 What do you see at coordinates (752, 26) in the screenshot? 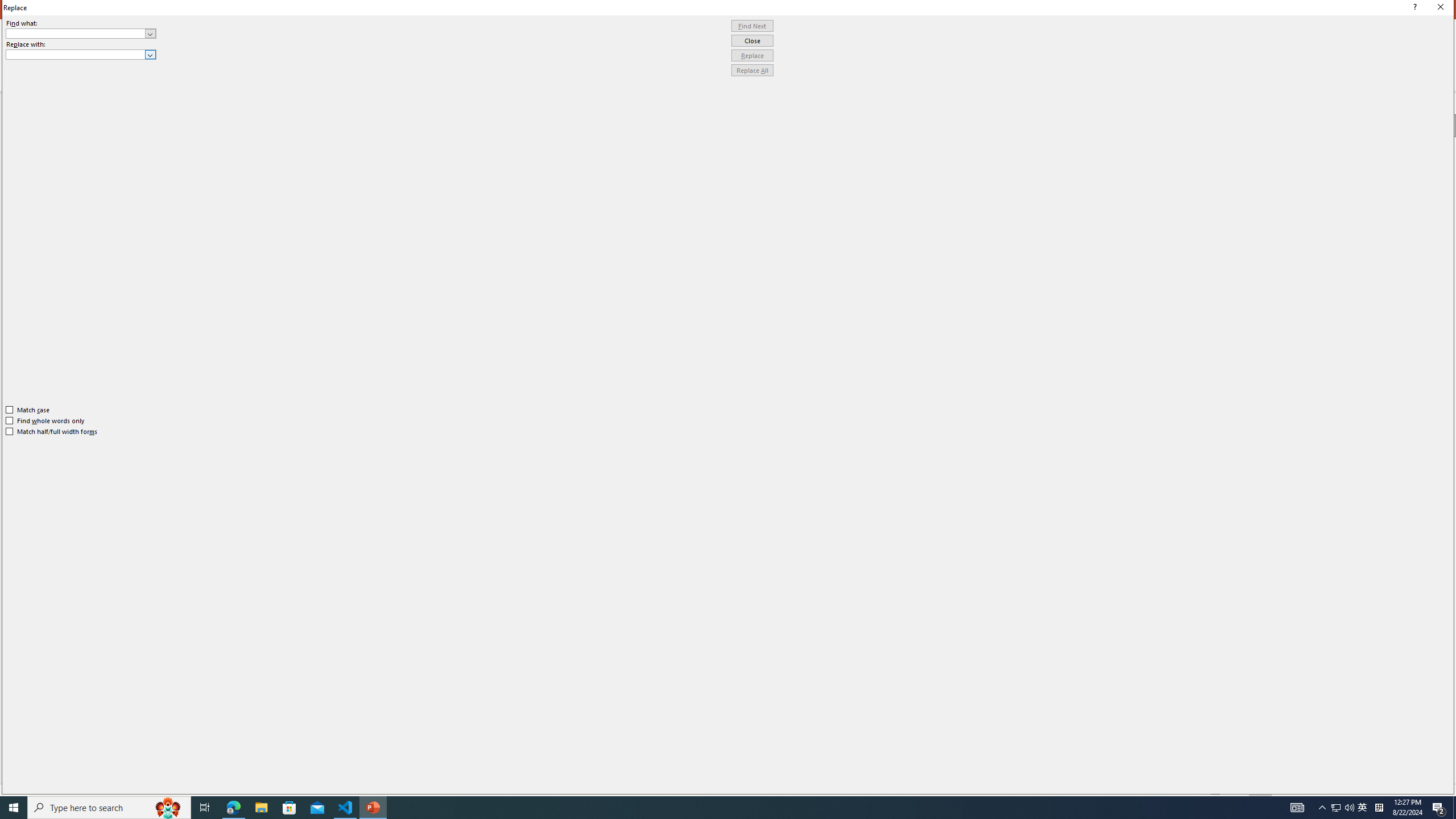
I see `'Find Next'` at bounding box center [752, 26].